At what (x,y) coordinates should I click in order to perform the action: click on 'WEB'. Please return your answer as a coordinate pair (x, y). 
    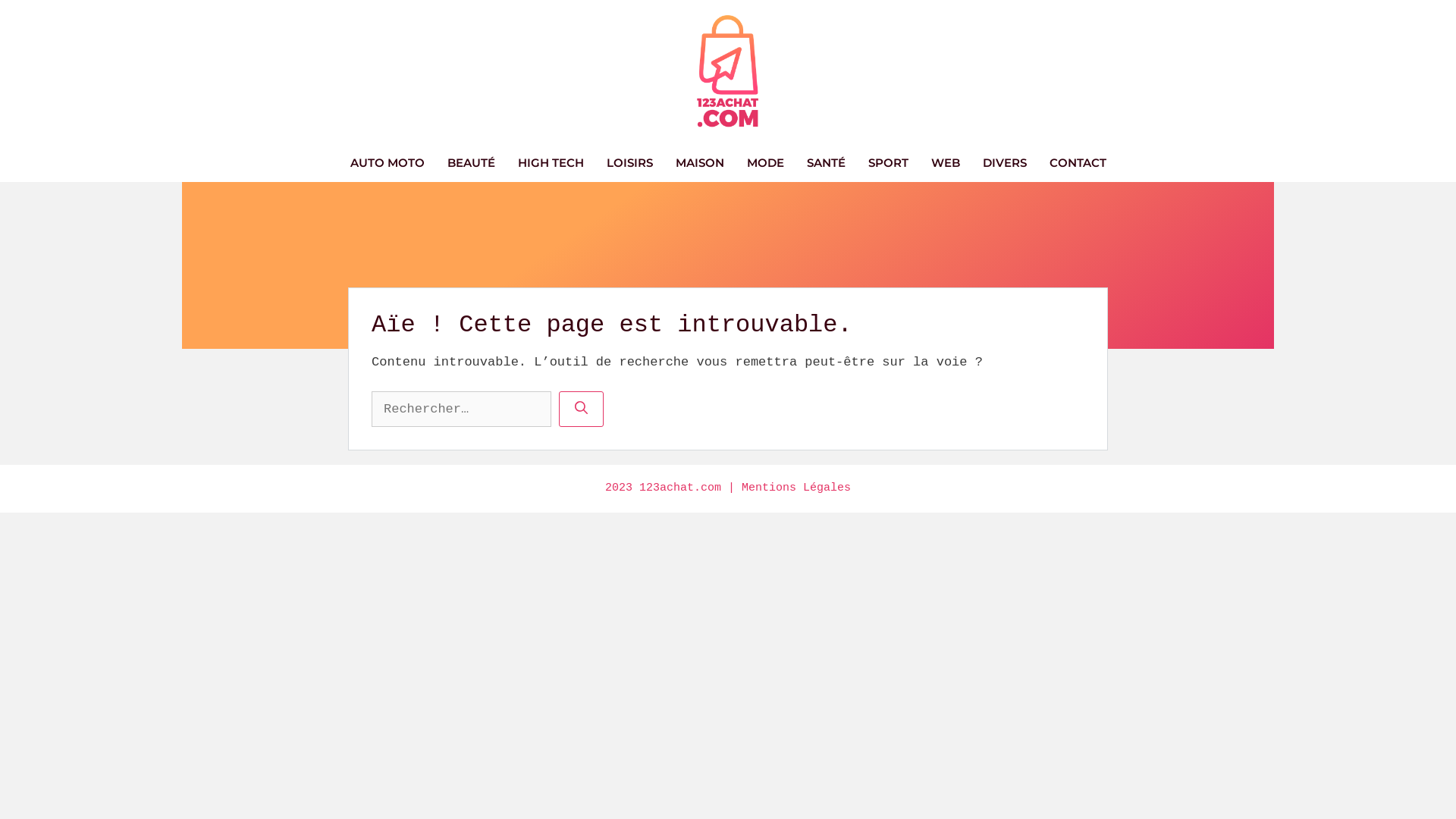
    Looking at the image, I should click on (944, 163).